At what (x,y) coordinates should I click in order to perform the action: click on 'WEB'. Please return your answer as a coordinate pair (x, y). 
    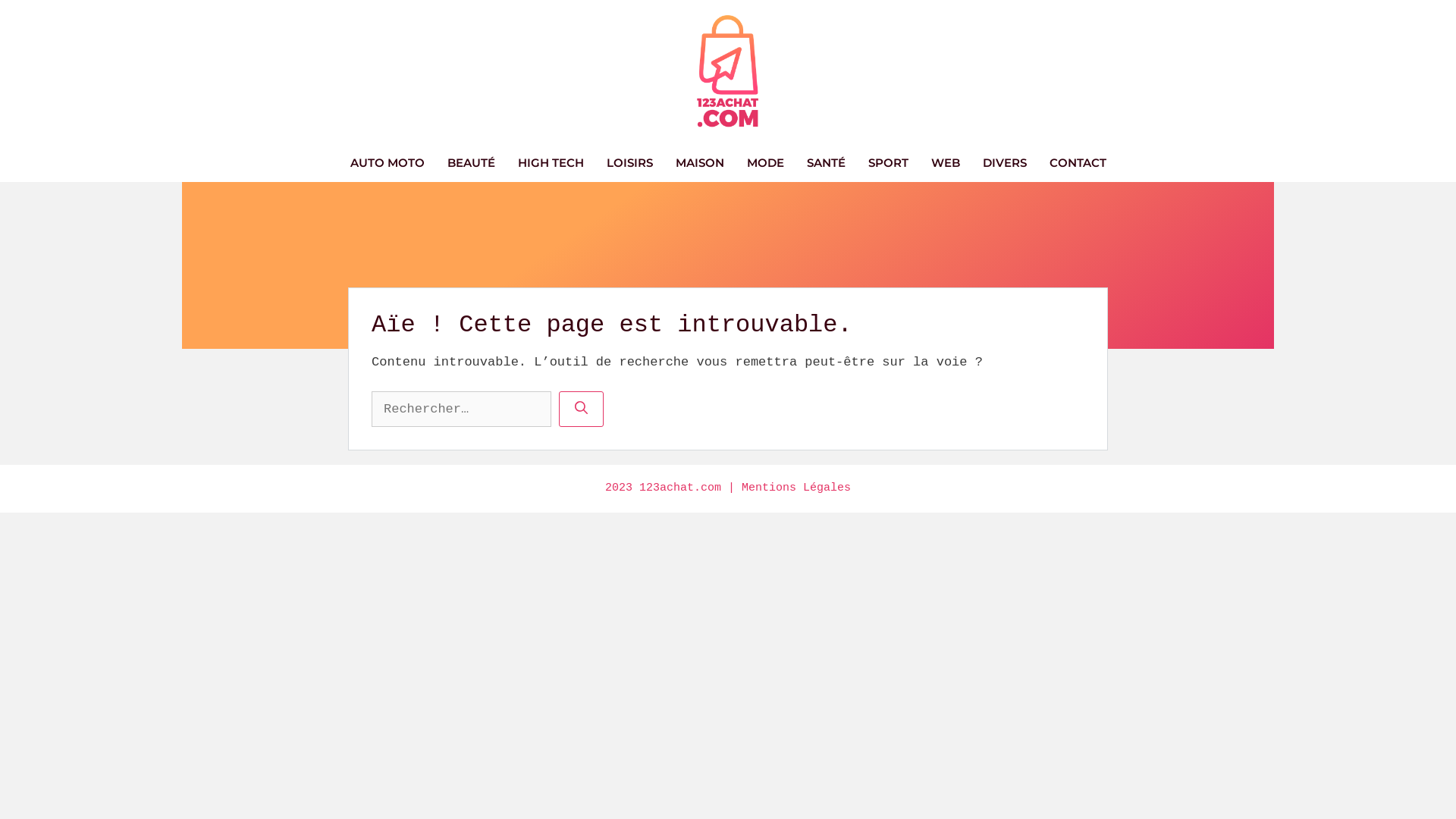
    Looking at the image, I should click on (944, 163).